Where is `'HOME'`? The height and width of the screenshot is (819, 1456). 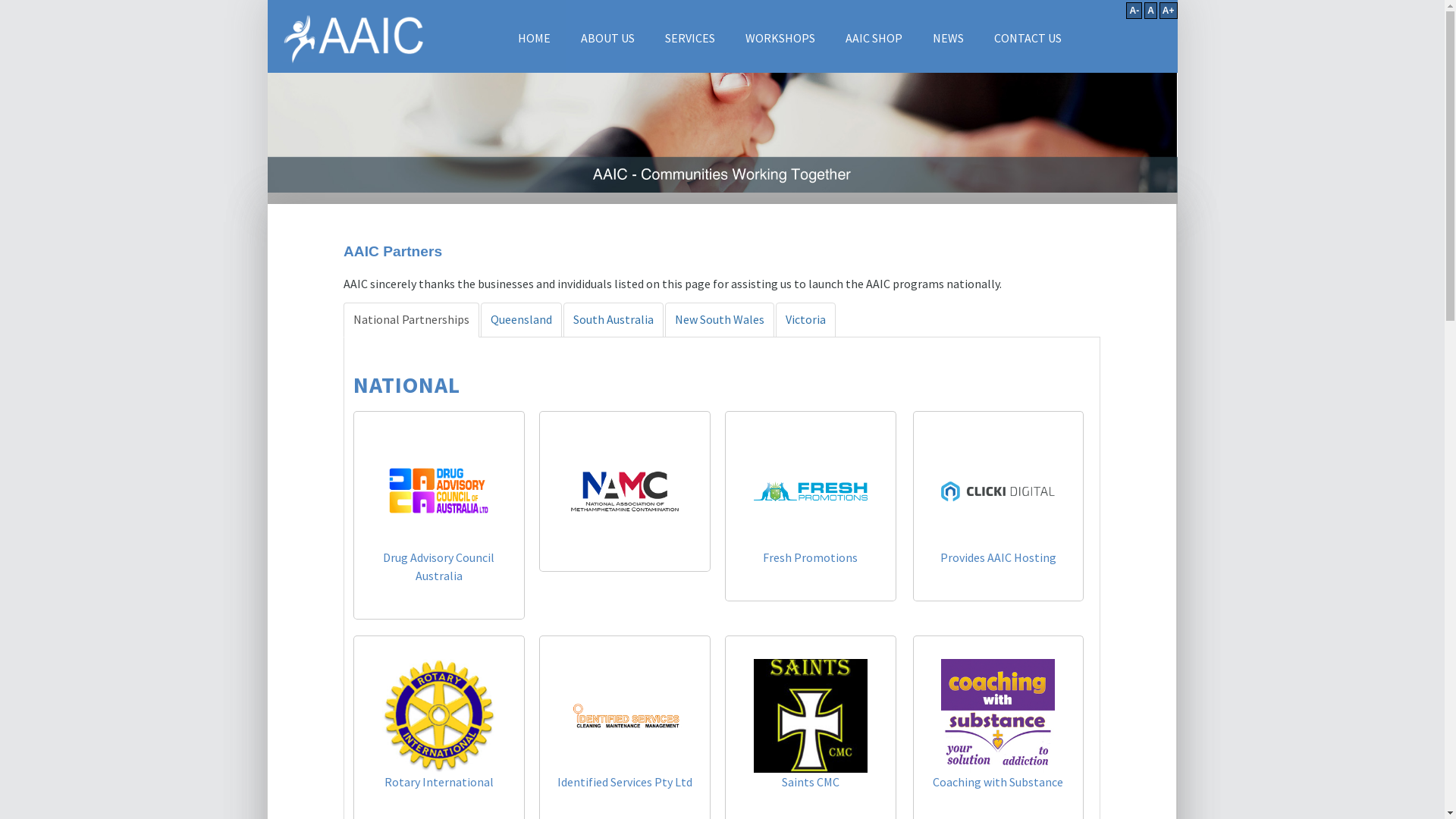
'HOME' is located at coordinates (533, 37).